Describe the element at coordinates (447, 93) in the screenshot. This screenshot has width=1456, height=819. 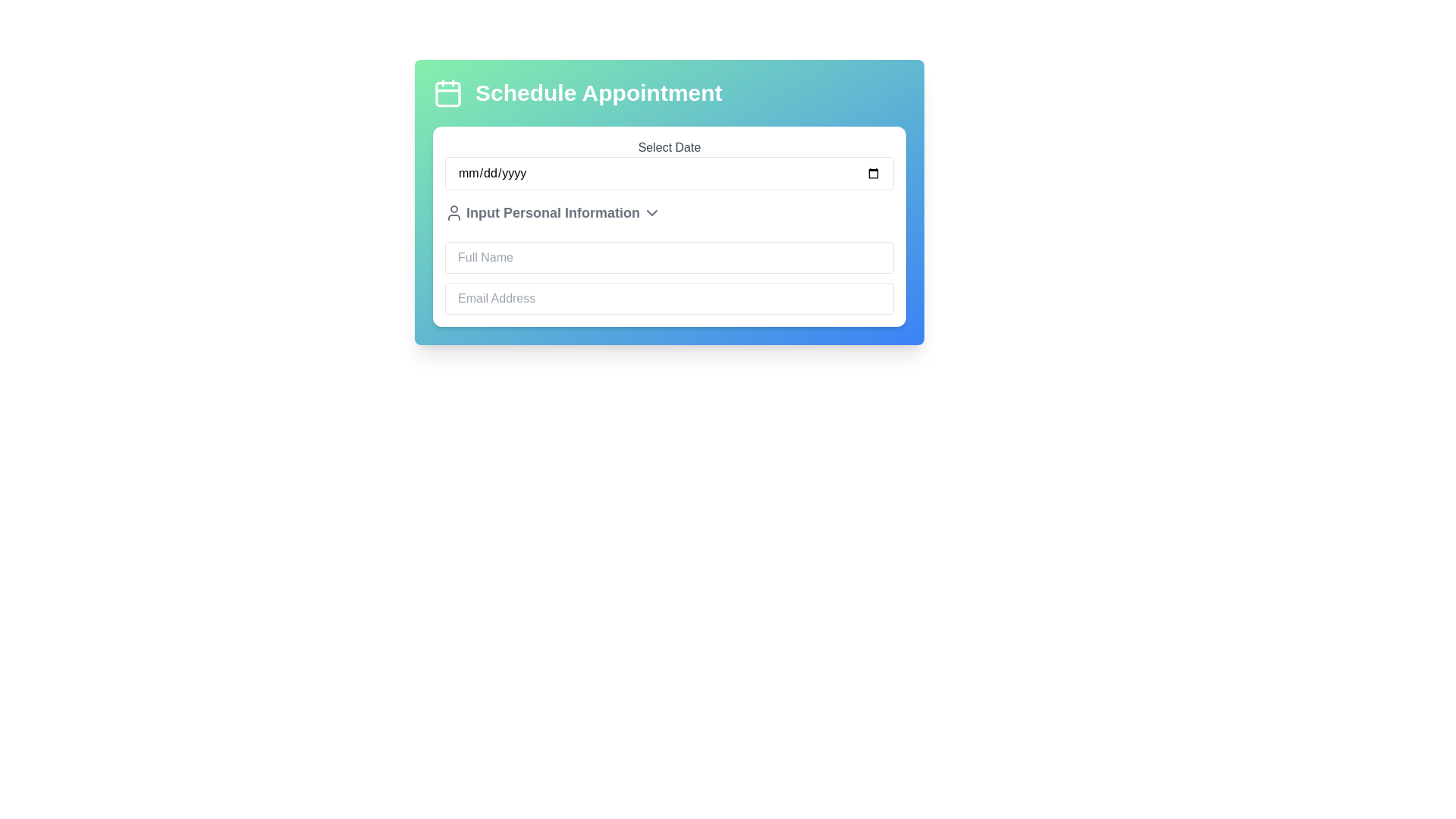
I see `the calendar icon with white lines on a green background, located to the left of the 'Schedule Appointment' text in the top section of the user interface` at that location.